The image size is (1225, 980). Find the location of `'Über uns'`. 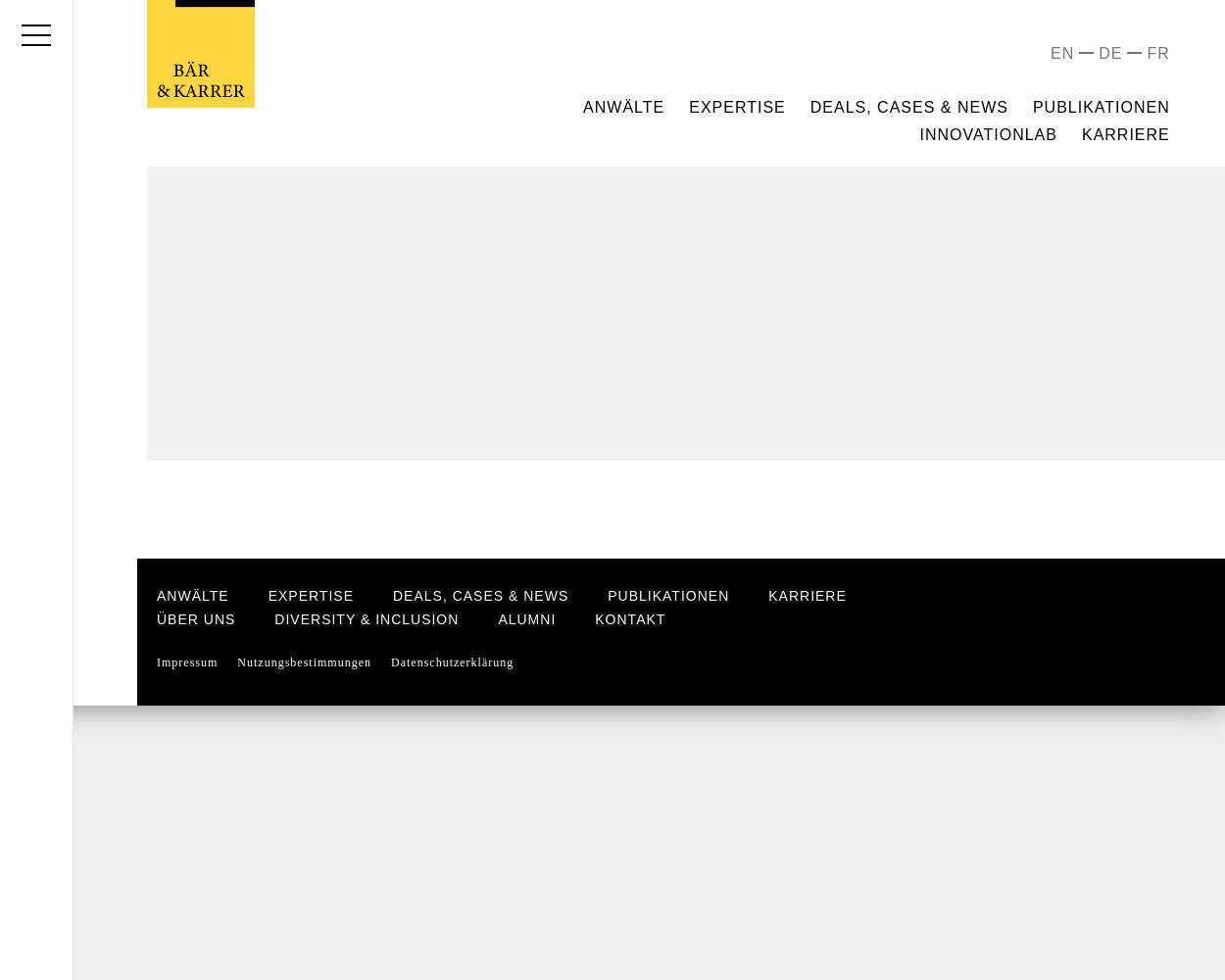

'Über uns' is located at coordinates (195, 619).